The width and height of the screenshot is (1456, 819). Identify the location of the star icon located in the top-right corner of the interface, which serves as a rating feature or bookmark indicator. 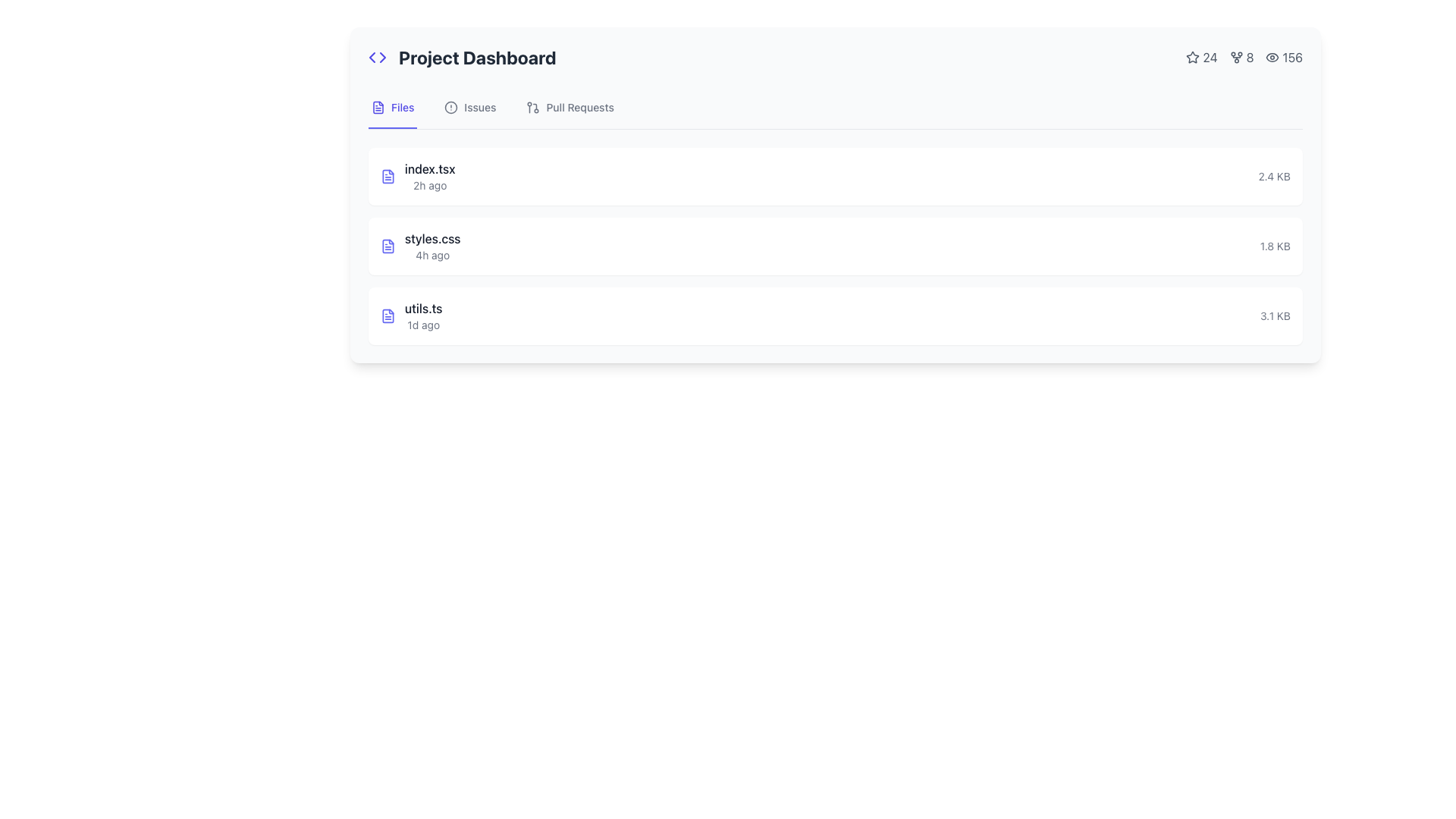
(1192, 55).